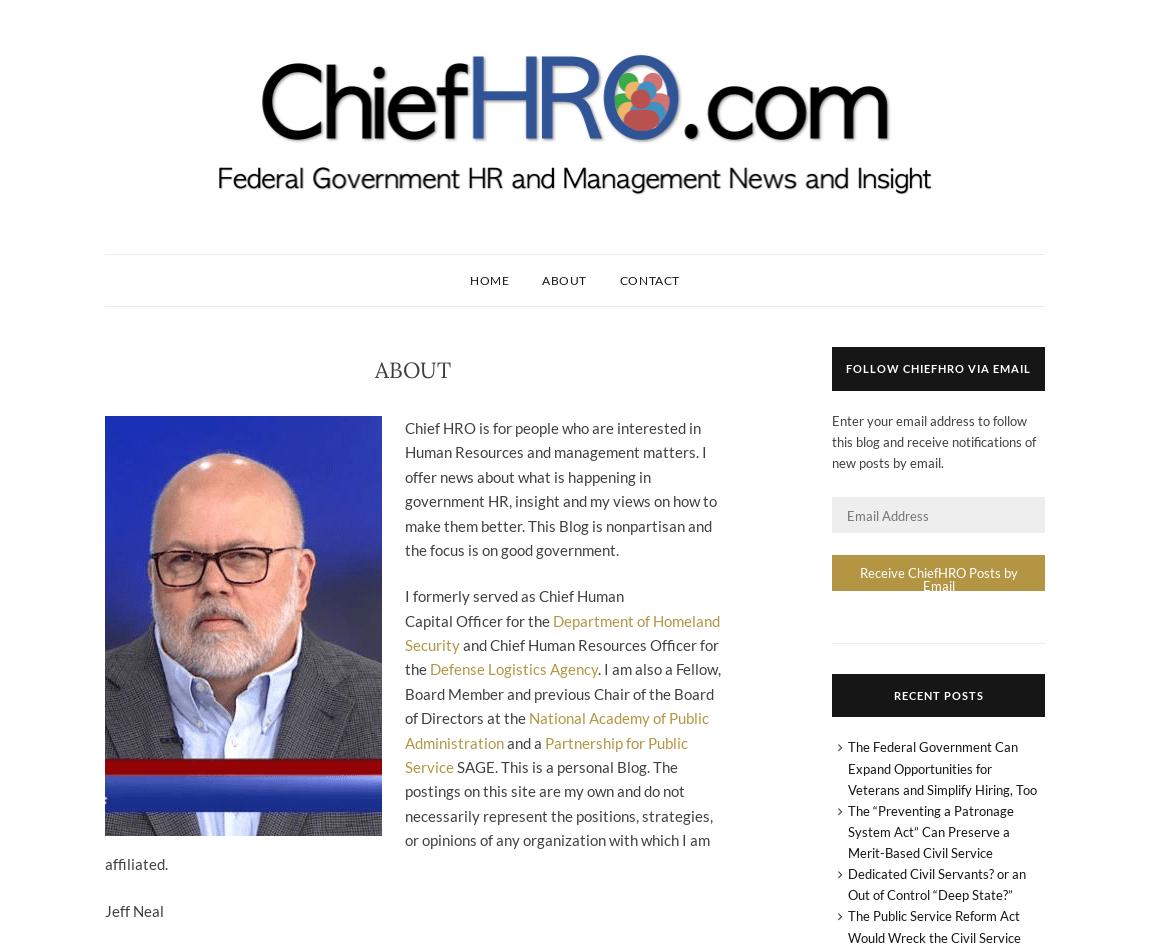  Describe the element at coordinates (103, 209) in the screenshot. I see `'Federal Government HR and Management News and Insight'` at that location.